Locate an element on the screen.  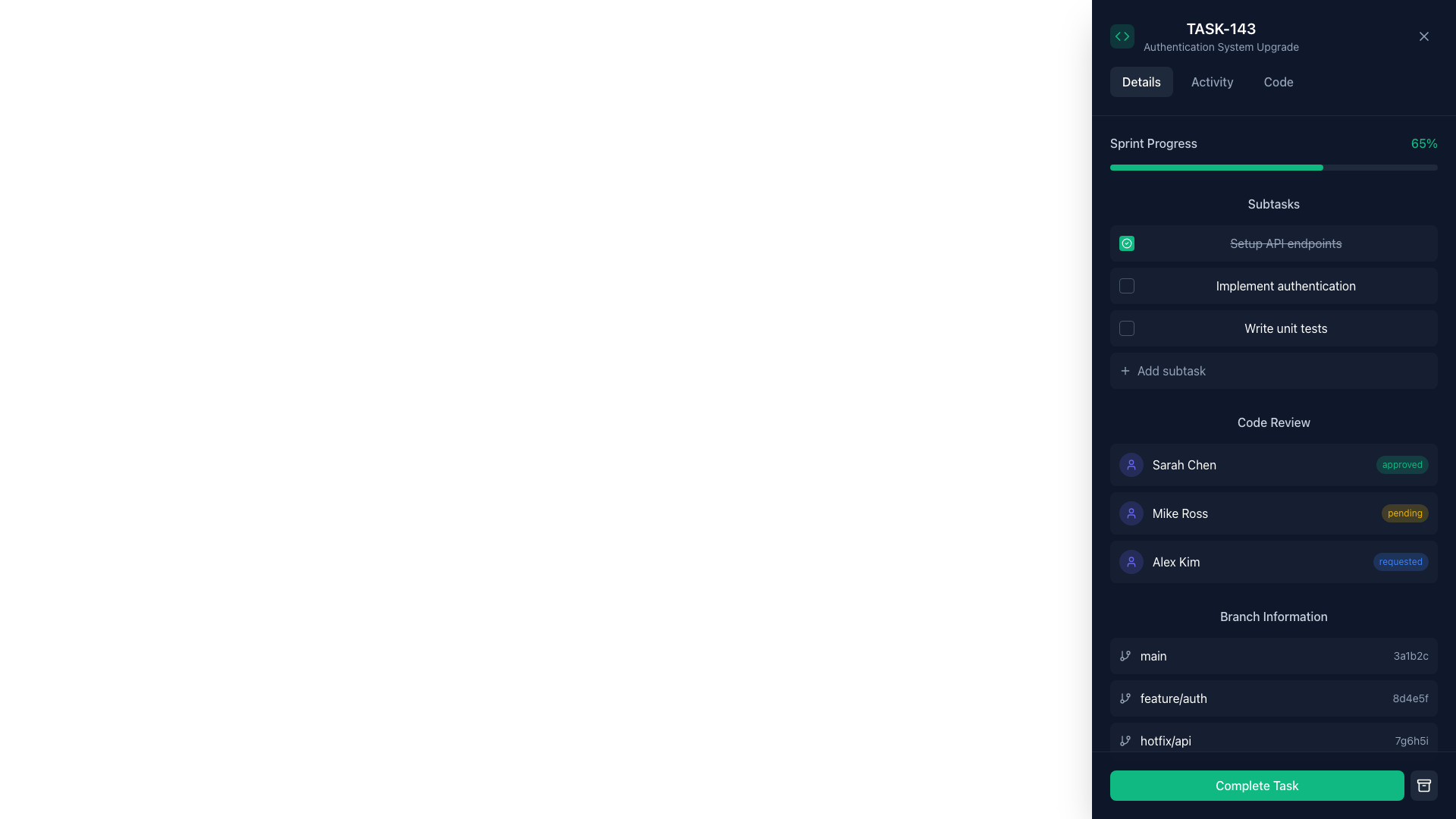
the Composite UI element consisting of a text label and an icon, which serves as the identifier for the current task is located at coordinates (1203, 35).